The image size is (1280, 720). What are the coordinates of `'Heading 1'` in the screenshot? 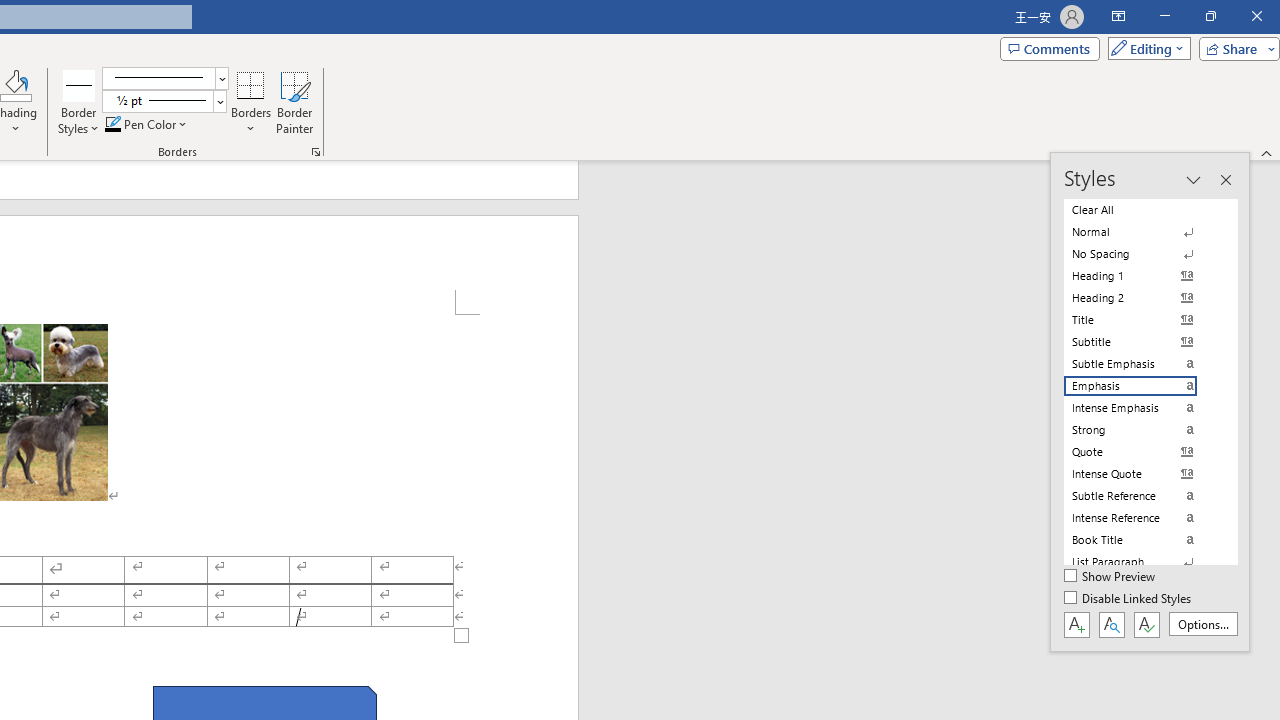 It's located at (1142, 276).